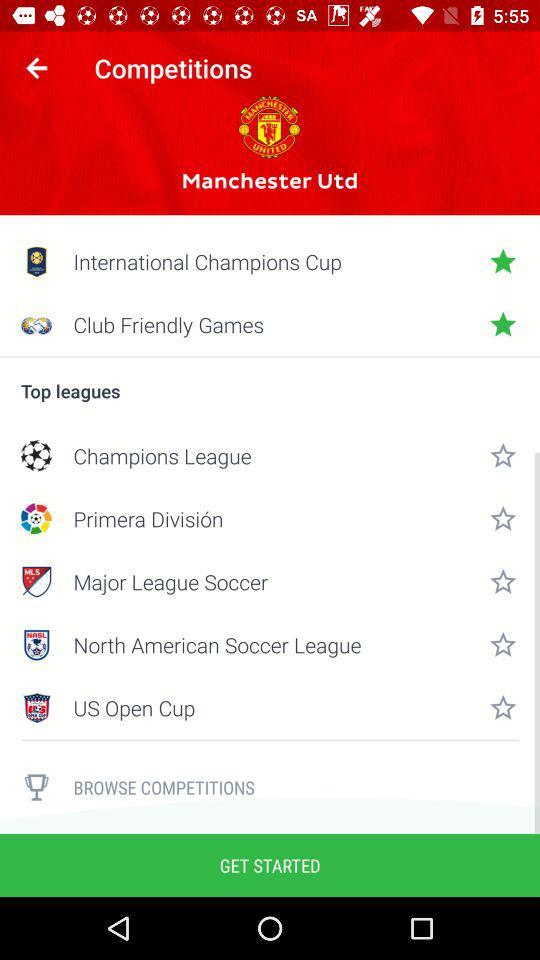  Describe the element at coordinates (270, 260) in the screenshot. I see `the item above the club friendly games` at that location.